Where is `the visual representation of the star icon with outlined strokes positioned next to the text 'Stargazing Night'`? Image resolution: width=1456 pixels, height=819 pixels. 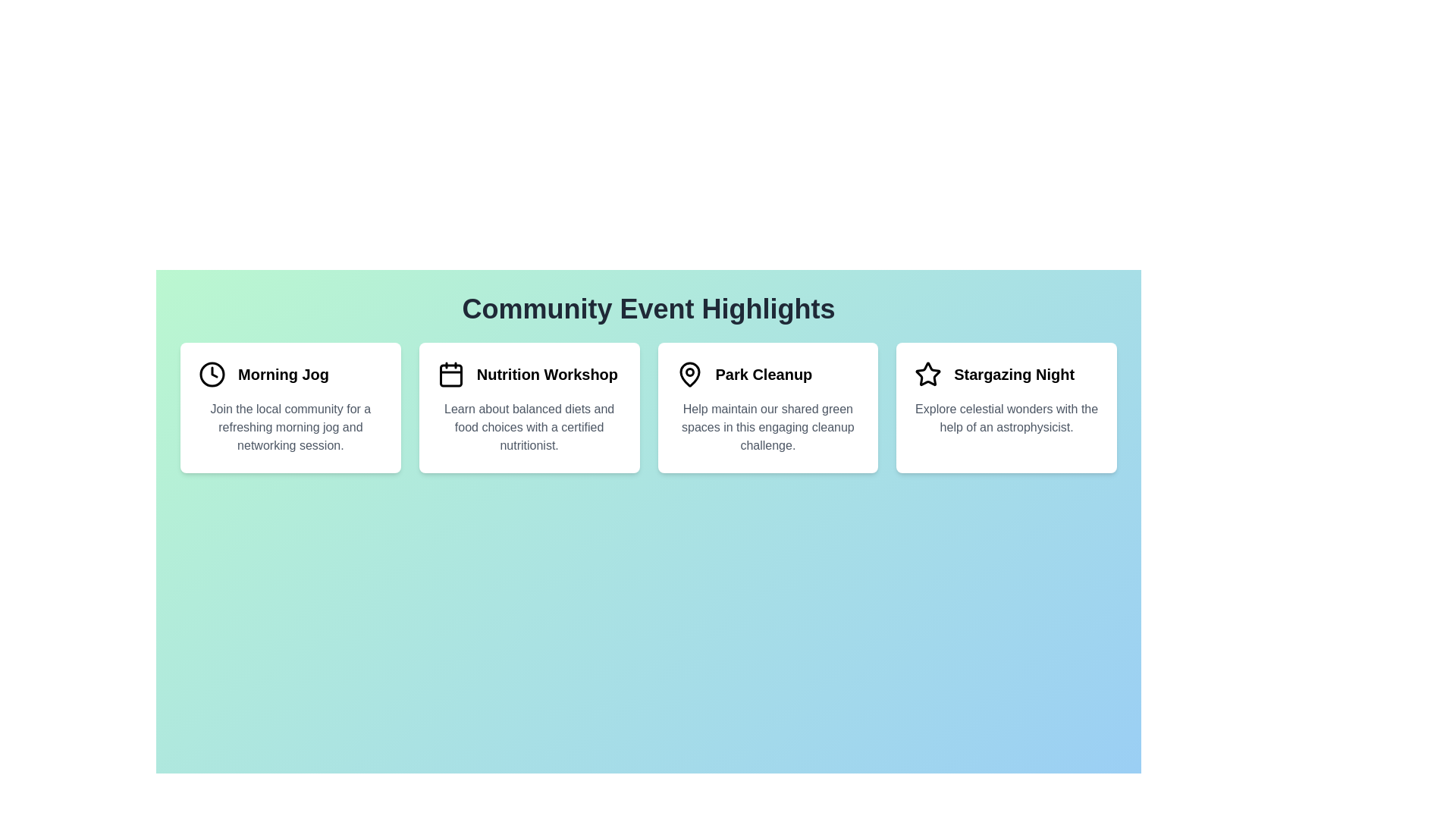 the visual representation of the star icon with outlined strokes positioned next to the text 'Stargazing Night' is located at coordinates (927, 374).